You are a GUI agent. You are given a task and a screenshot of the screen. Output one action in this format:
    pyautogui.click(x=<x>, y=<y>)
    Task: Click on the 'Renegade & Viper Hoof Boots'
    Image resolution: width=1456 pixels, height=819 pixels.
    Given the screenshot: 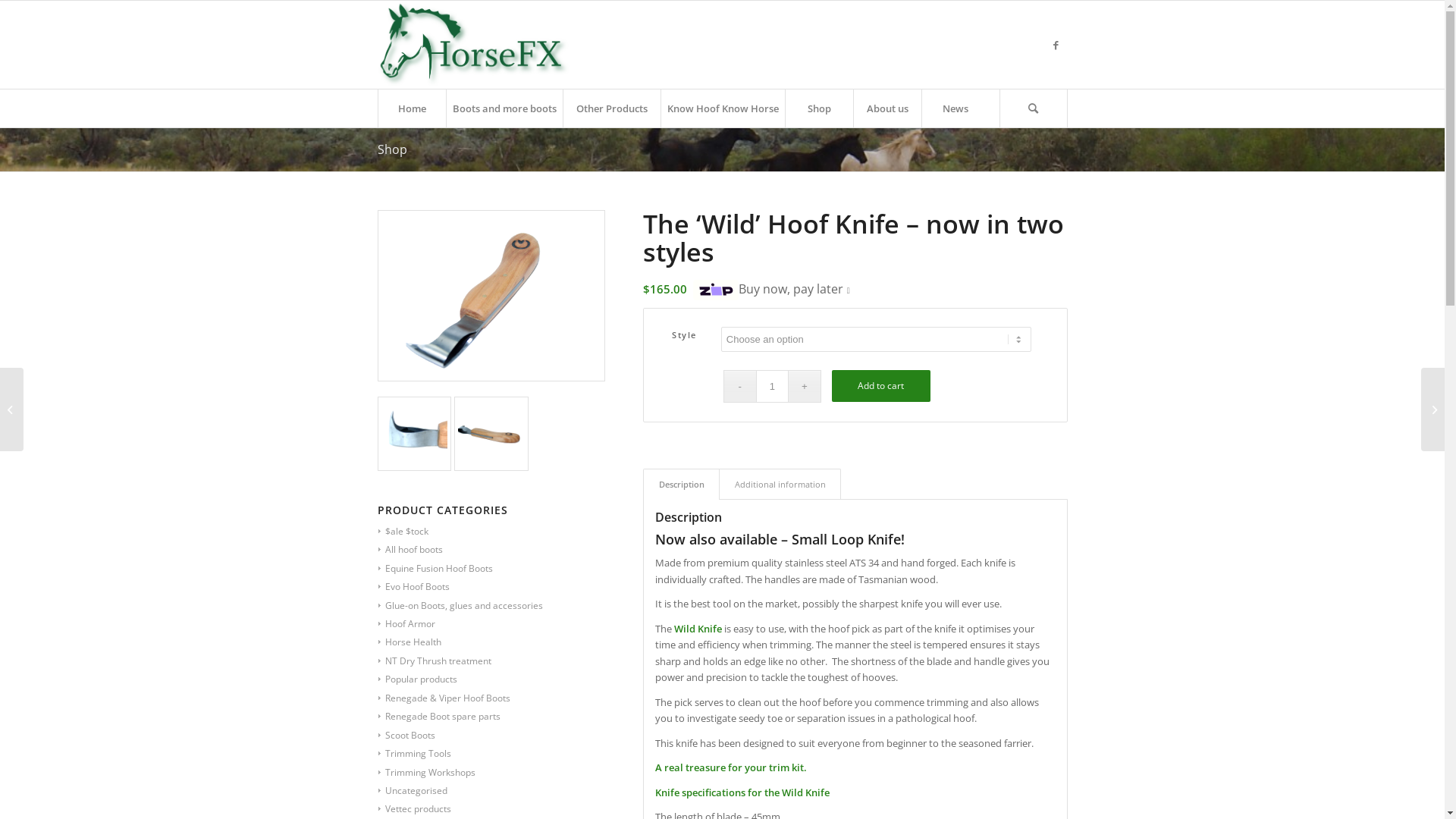 What is the action you would take?
    pyautogui.click(x=378, y=698)
    